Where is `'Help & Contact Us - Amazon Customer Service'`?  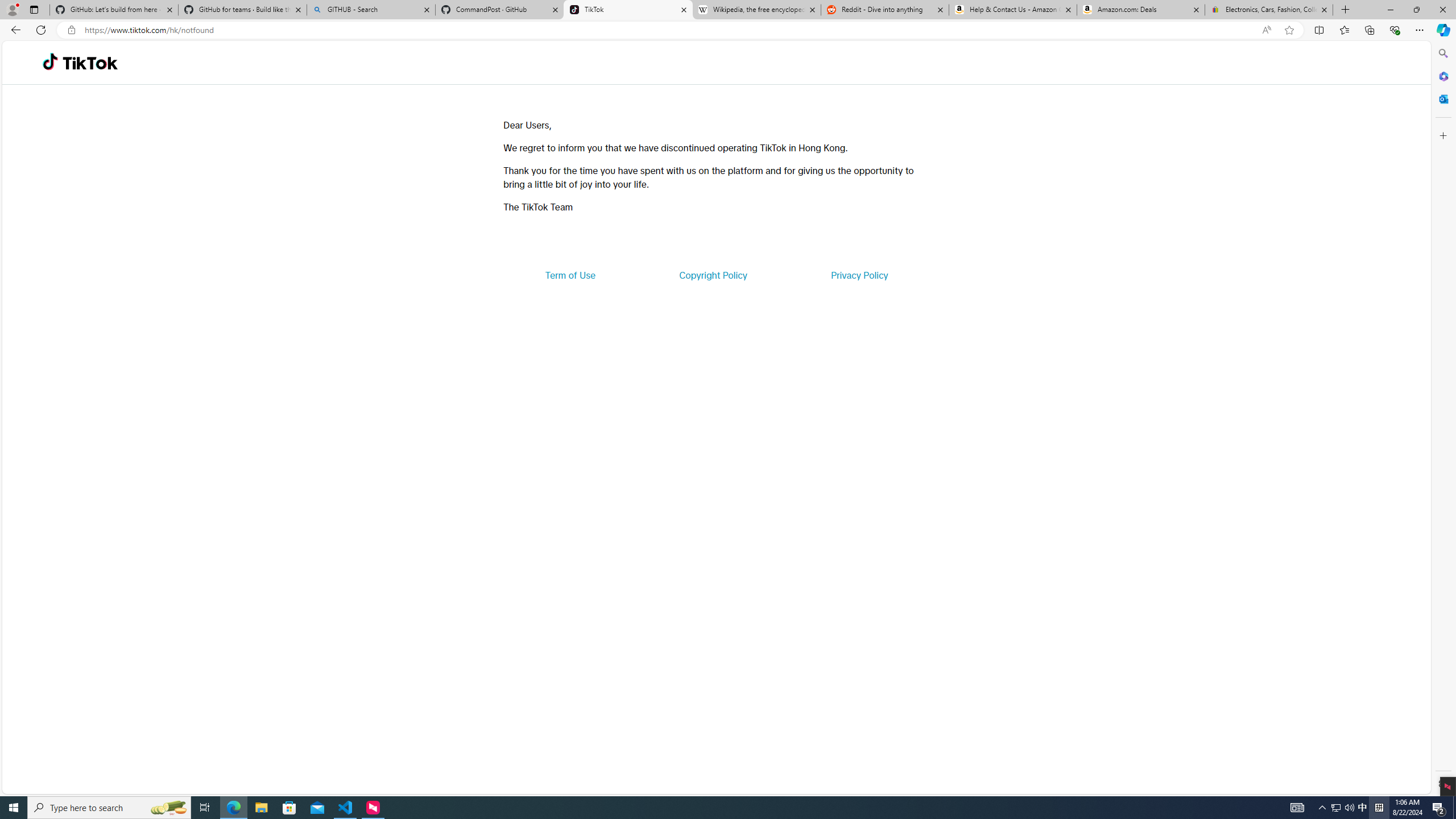 'Help & Contact Us - Amazon Customer Service' is located at coordinates (1012, 9).